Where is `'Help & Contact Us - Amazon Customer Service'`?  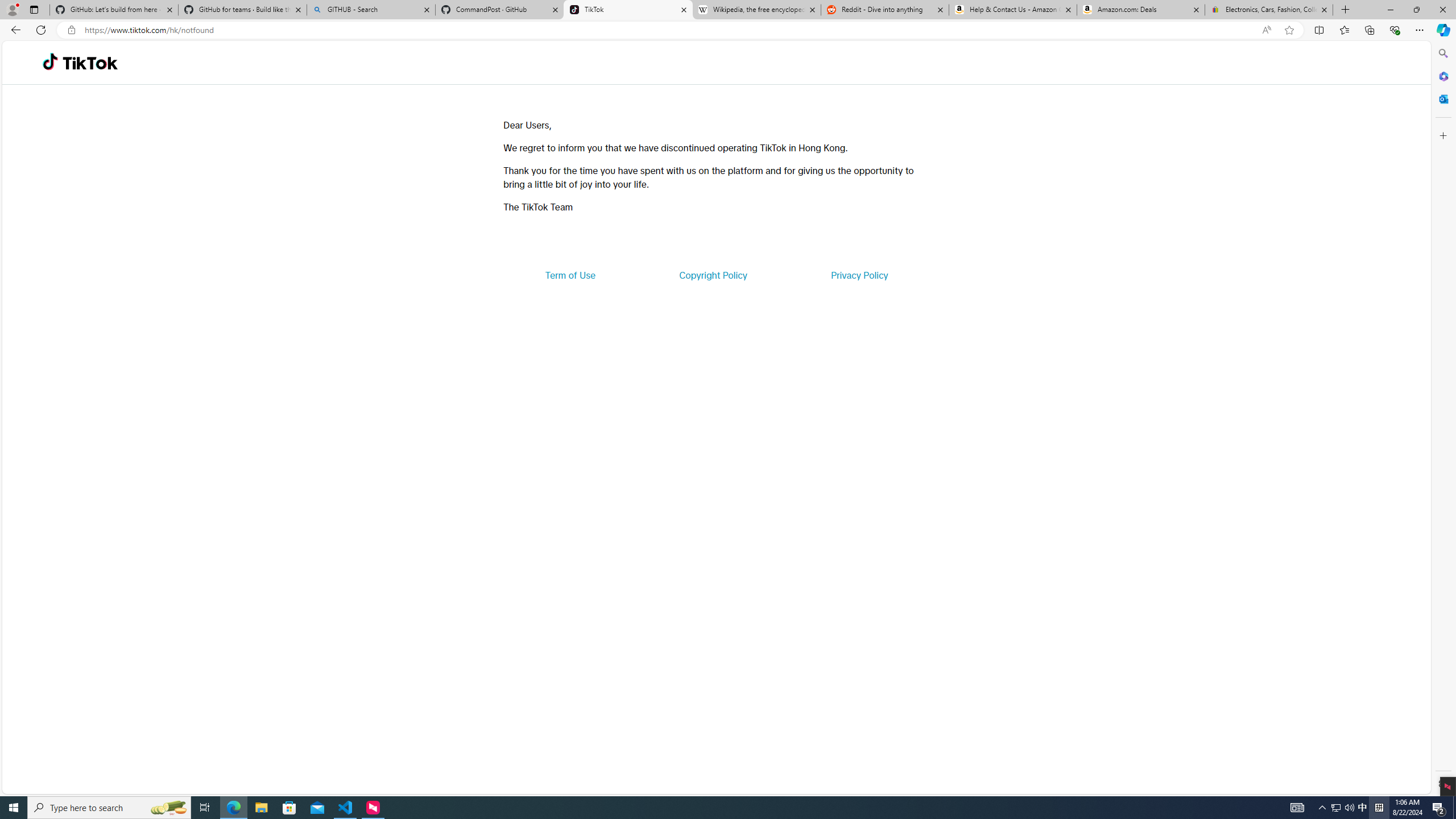 'Help & Contact Us - Amazon Customer Service' is located at coordinates (1012, 9).